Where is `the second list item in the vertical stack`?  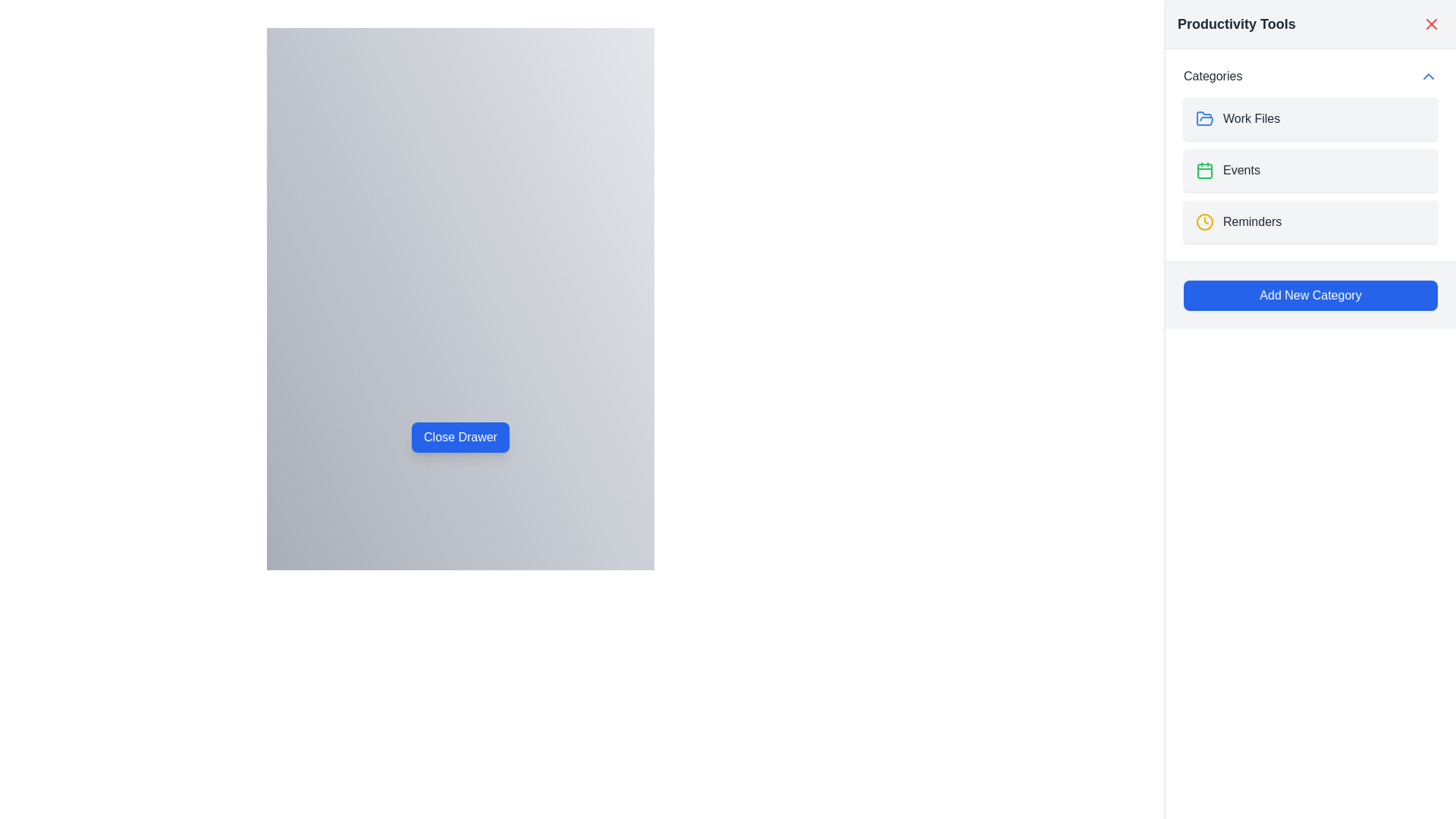 the second list item in the vertical stack is located at coordinates (1310, 170).